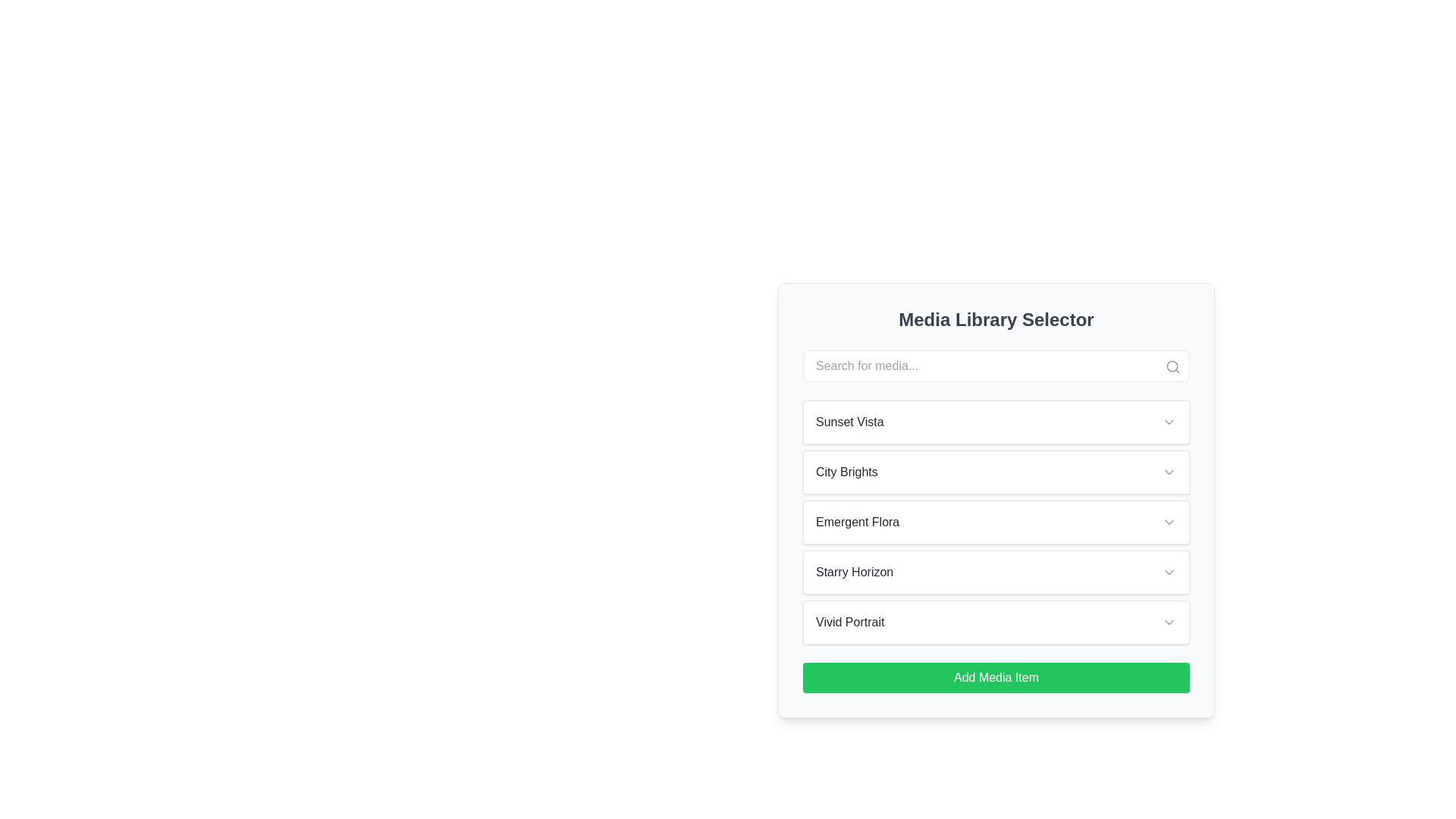  Describe the element at coordinates (855, 573) in the screenshot. I see `the Text Label displaying 'Starry Horizon' in gray color on a white background` at that location.